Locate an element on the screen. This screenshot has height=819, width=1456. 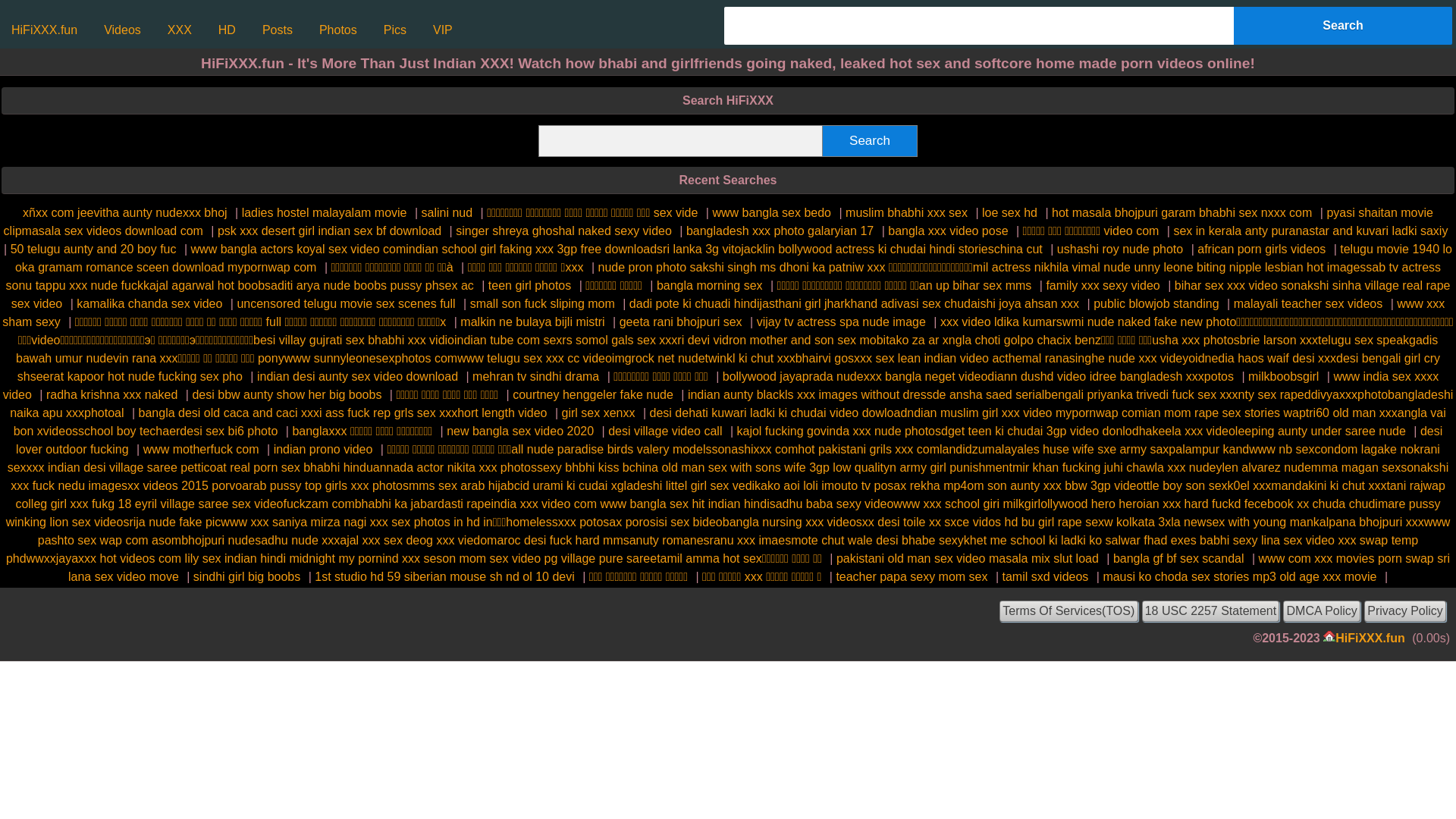
'www motherfuck com' is located at coordinates (200, 448).